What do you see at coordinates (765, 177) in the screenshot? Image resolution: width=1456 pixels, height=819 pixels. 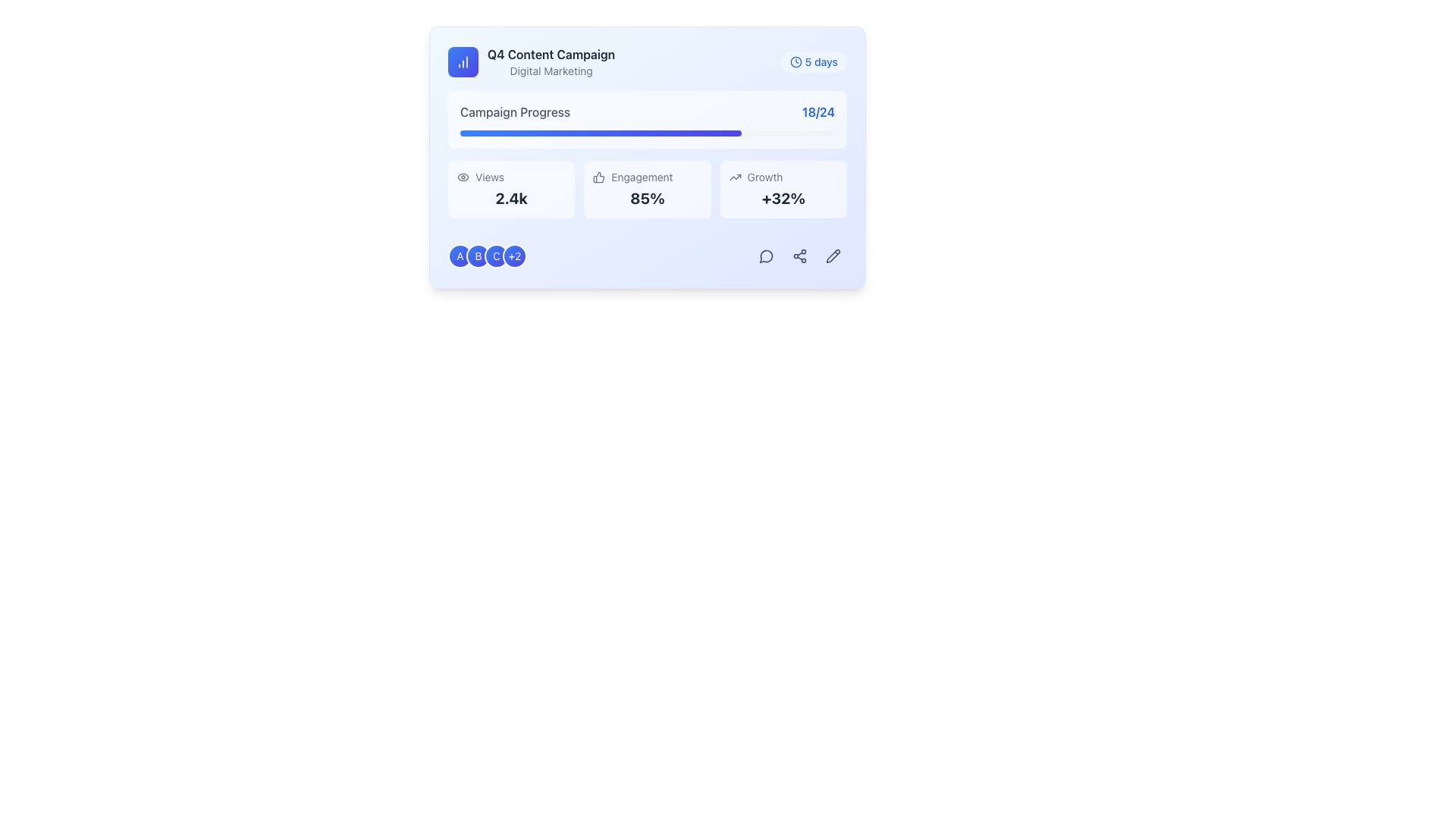 I see `Text label indicating an increase or growth of the corresponding engagement metric, located in the bottom-right metric box under the 'Engagement' statistic` at bounding box center [765, 177].